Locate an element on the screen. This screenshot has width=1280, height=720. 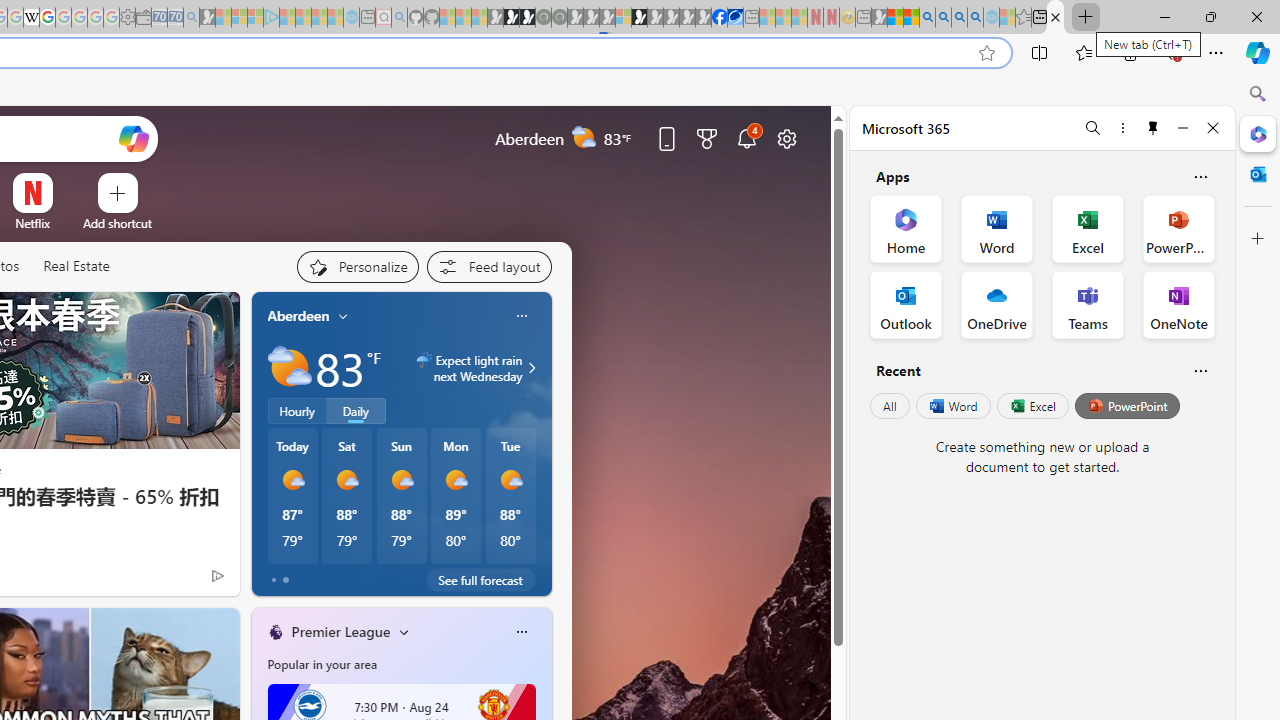
'See full forecast' is located at coordinates (480, 579).